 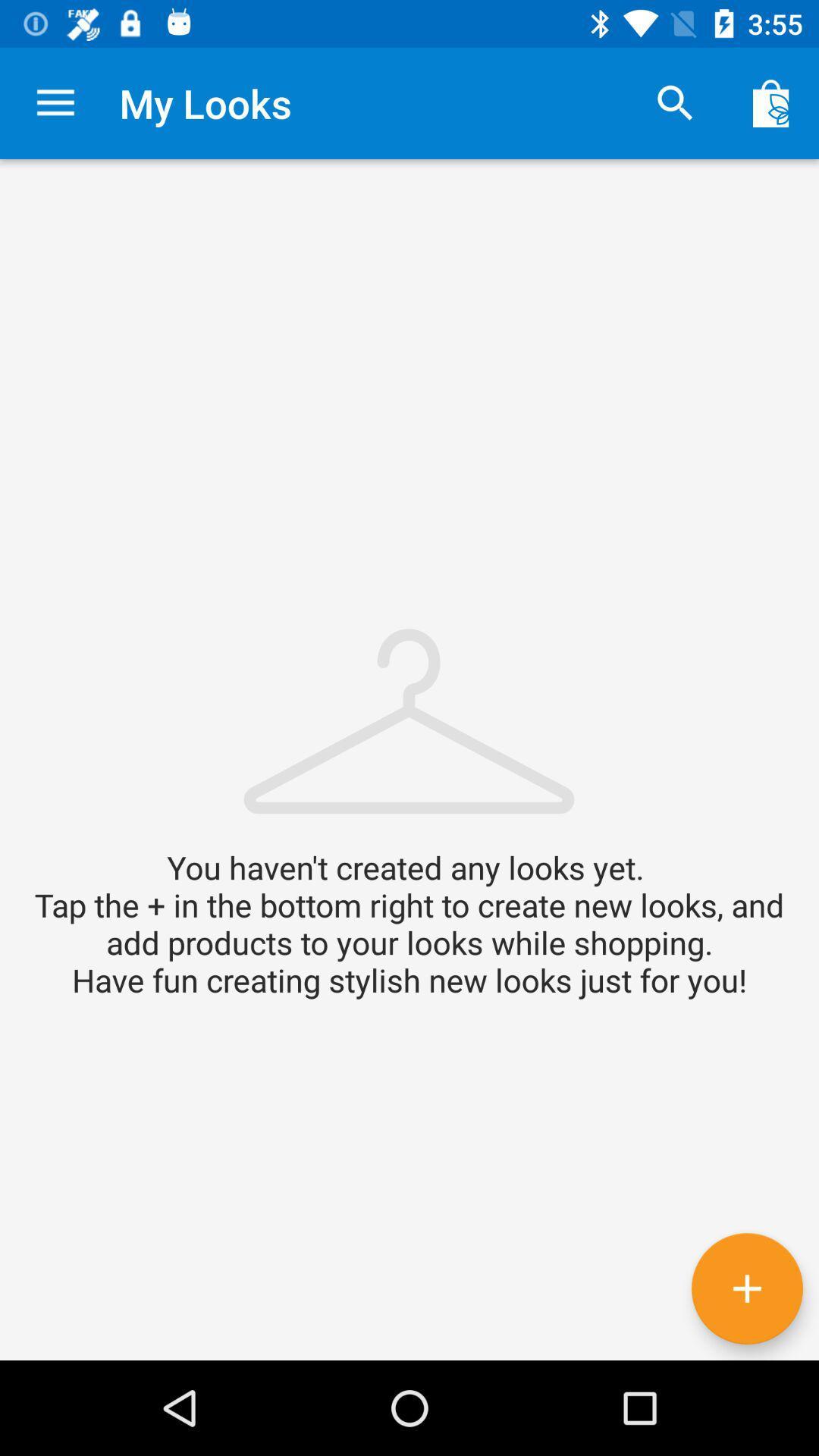 I want to click on the add icon, so click(x=746, y=1288).